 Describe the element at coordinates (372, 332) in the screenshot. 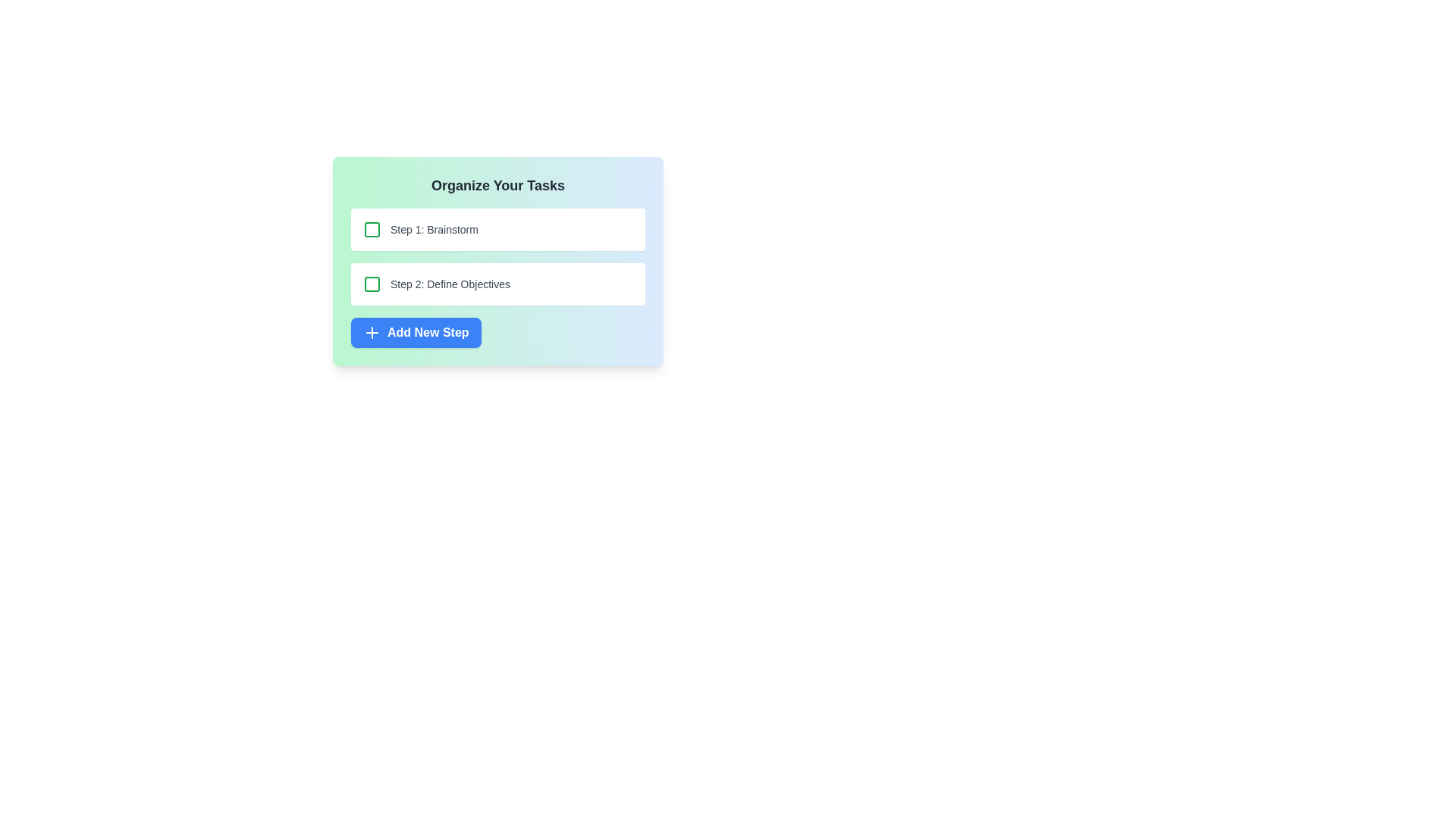

I see `the blue plus sign icon within the 'Add New Step' button located at the bottom of the 'Organize Your Tasks' panel to trigger a tooltip or UI response` at that location.